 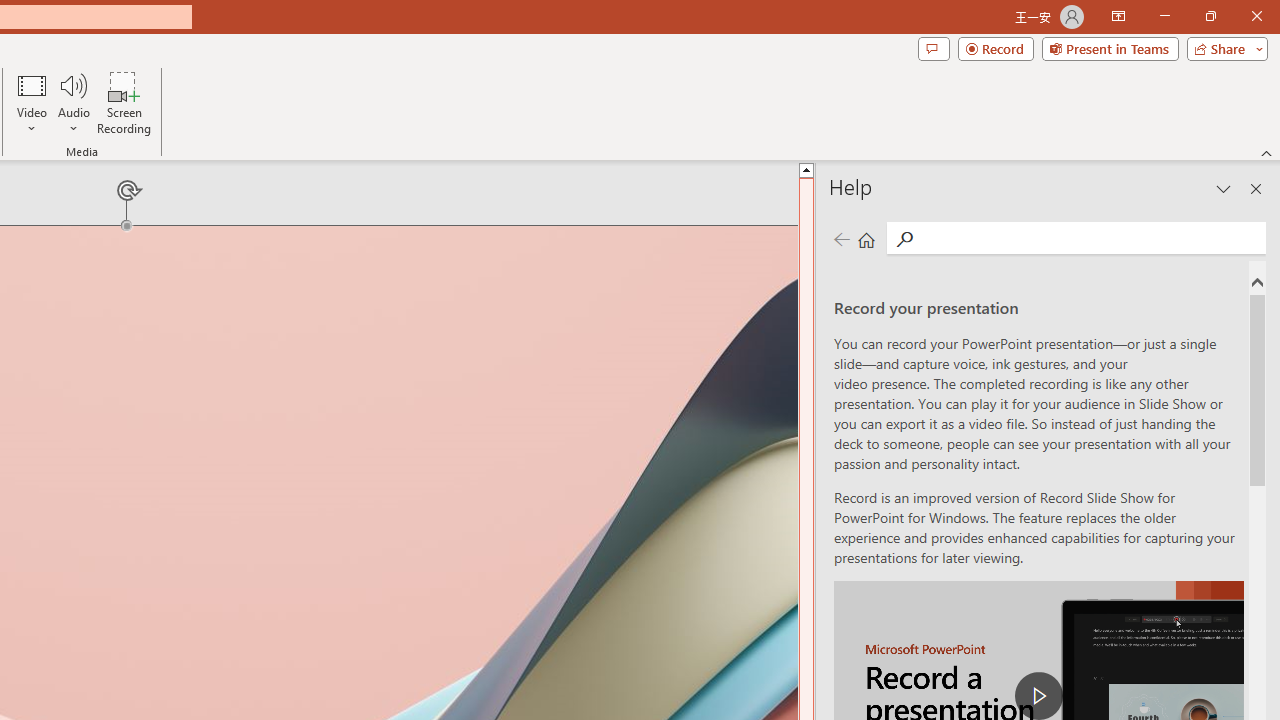 What do you see at coordinates (841, 238) in the screenshot?
I see `'Previous page'` at bounding box center [841, 238].